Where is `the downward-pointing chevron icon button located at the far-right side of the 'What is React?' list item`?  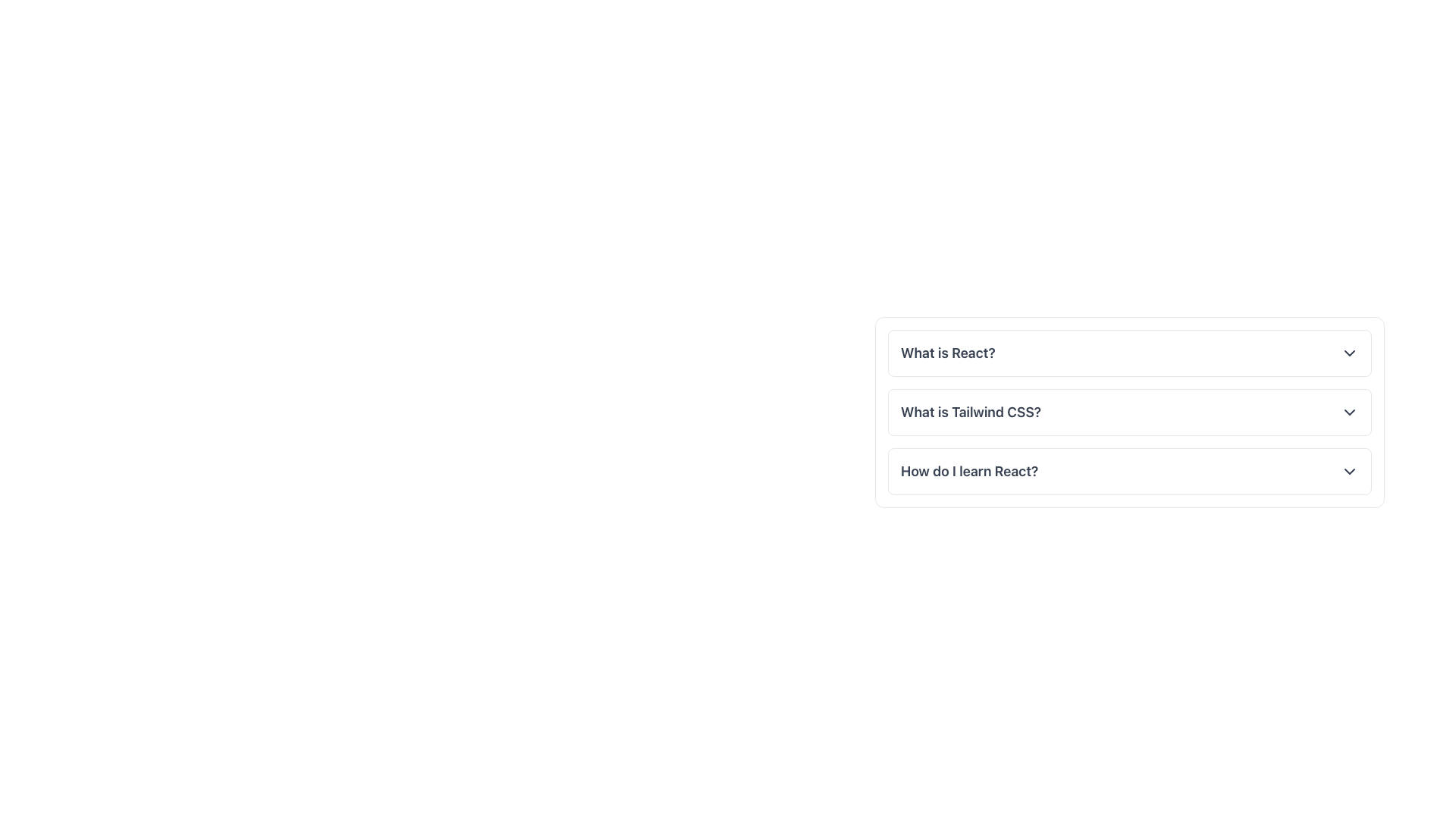 the downward-pointing chevron icon button located at the far-right side of the 'What is React?' list item is located at coordinates (1350, 353).